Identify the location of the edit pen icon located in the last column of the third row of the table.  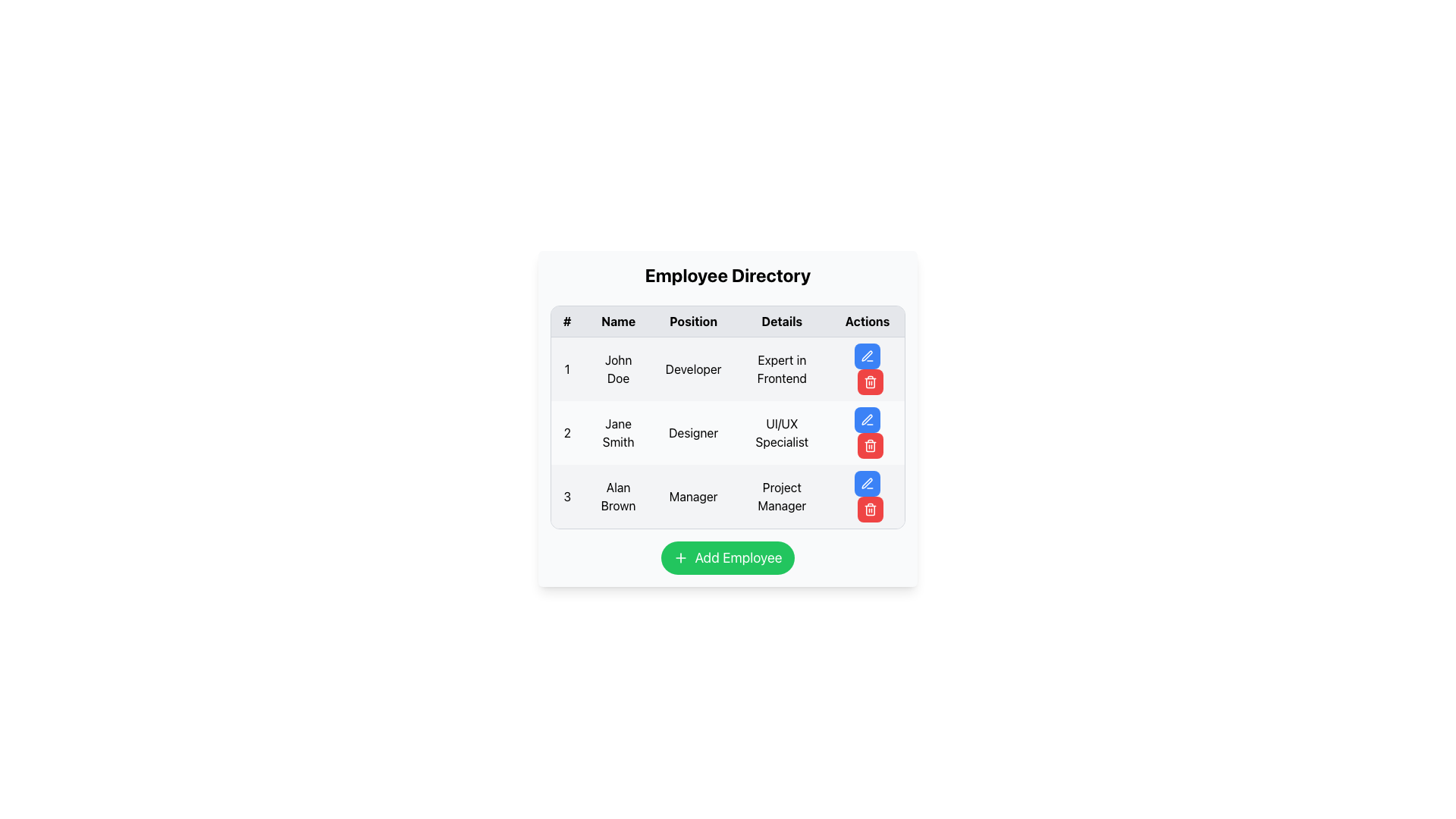
(867, 483).